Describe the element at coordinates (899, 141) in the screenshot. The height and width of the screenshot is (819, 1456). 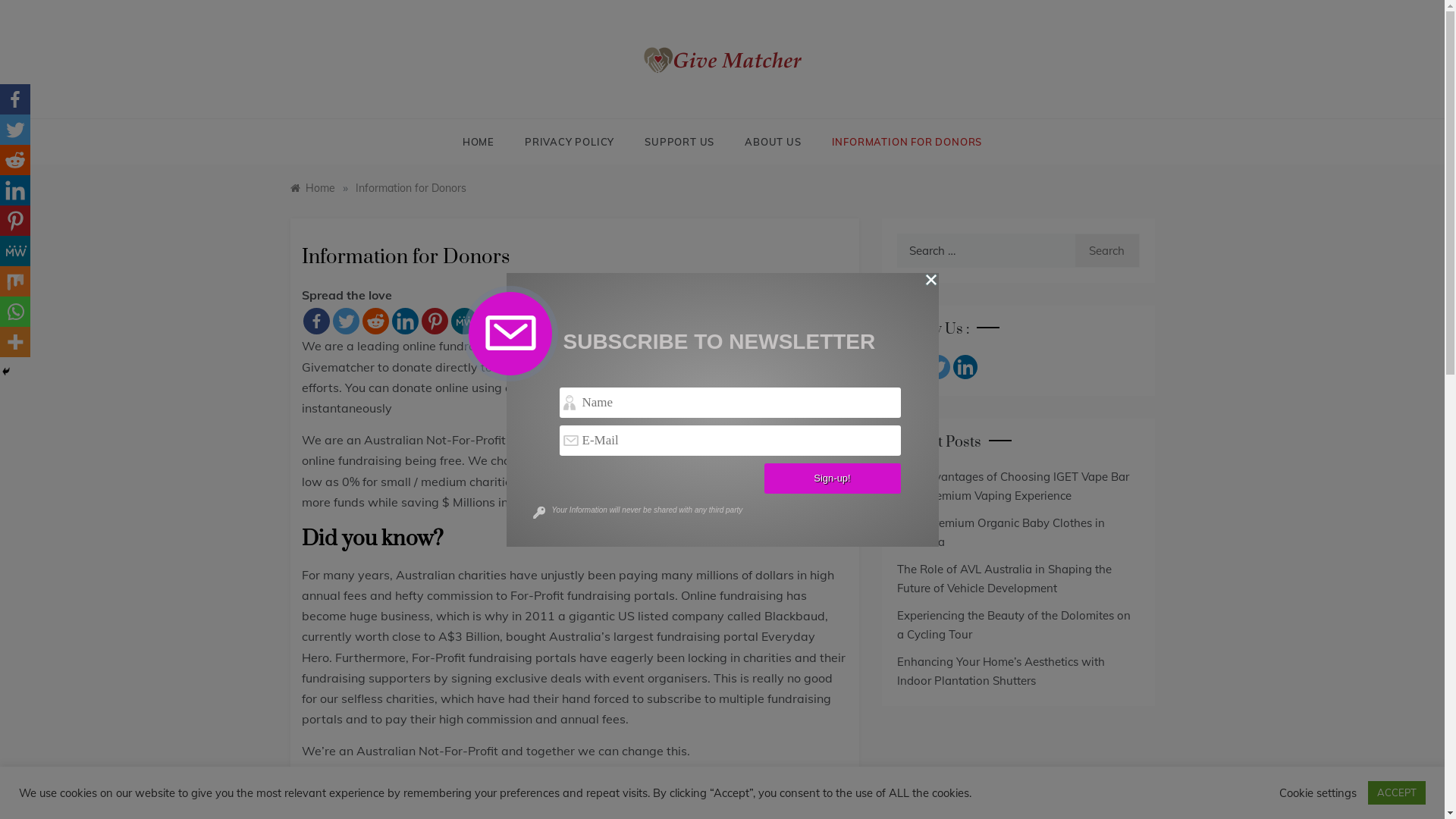
I see `'INFORMATION FOR DONORS'` at that location.